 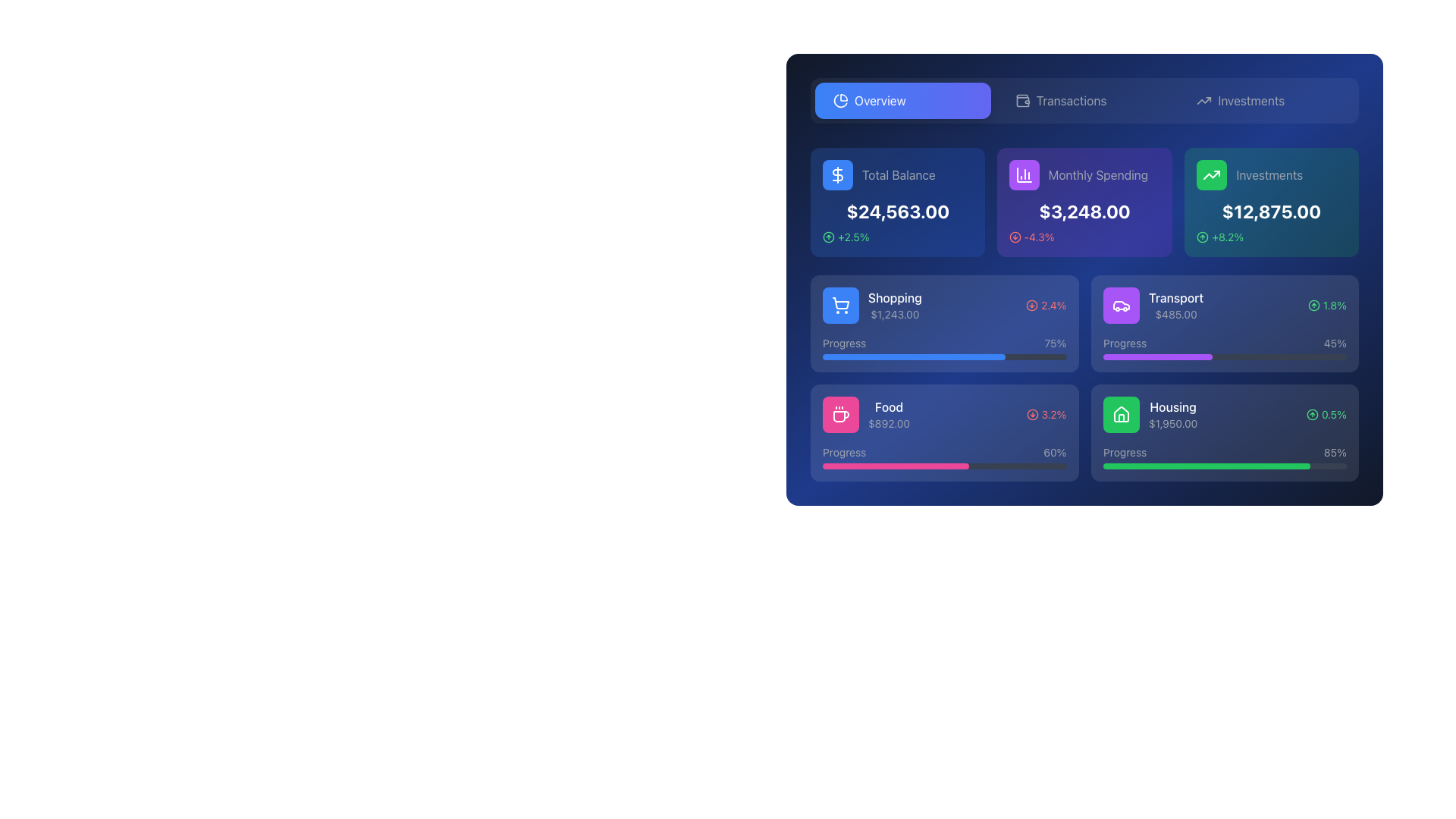 I want to click on the house icon, which is outlined with a triangular roof and rectangular base, located within a green circular background in the lower right section of the 'Housing' card, so click(x=1121, y=415).